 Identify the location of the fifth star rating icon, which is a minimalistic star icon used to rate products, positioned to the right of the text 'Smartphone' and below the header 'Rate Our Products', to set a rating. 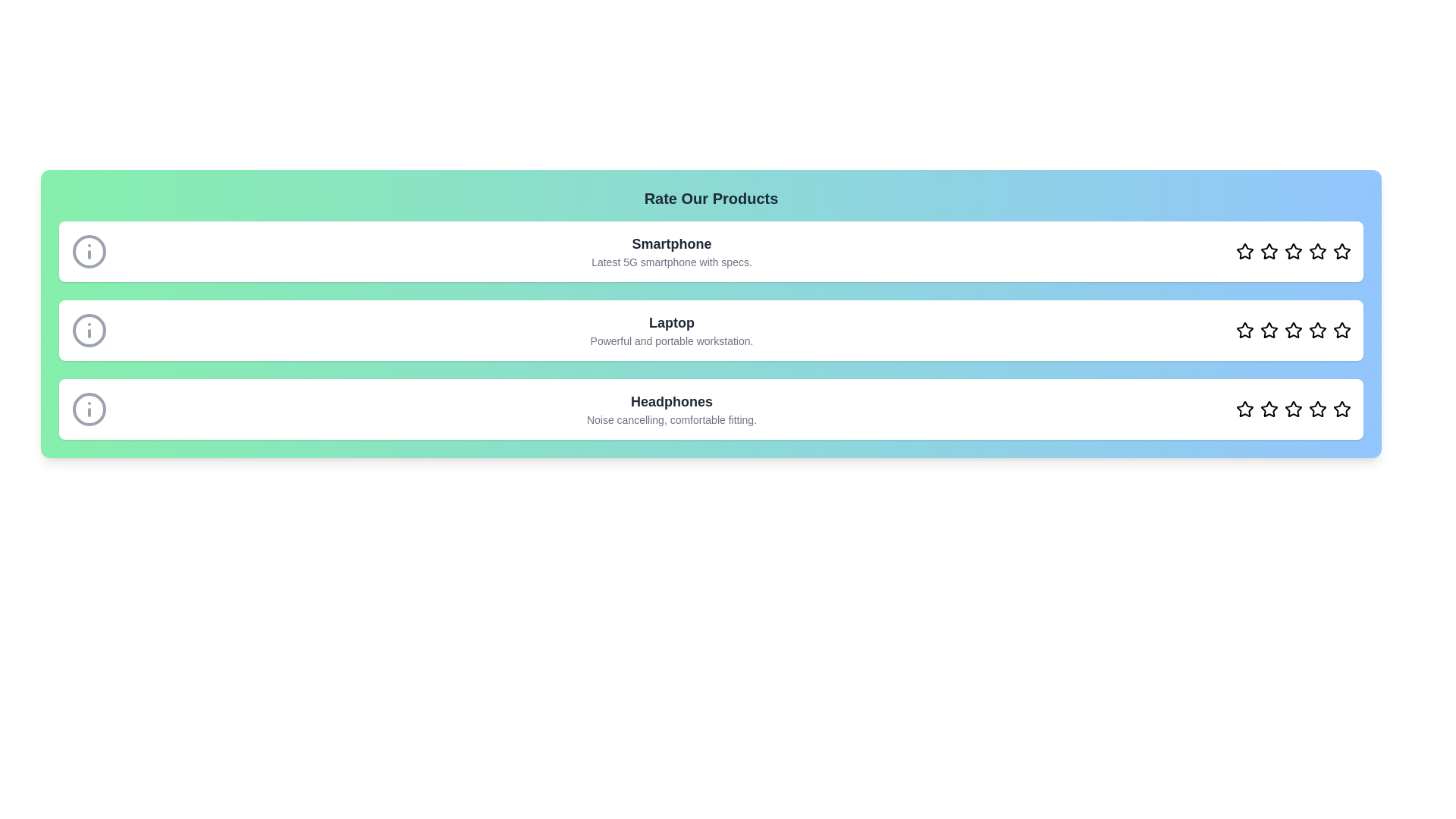
(1342, 250).